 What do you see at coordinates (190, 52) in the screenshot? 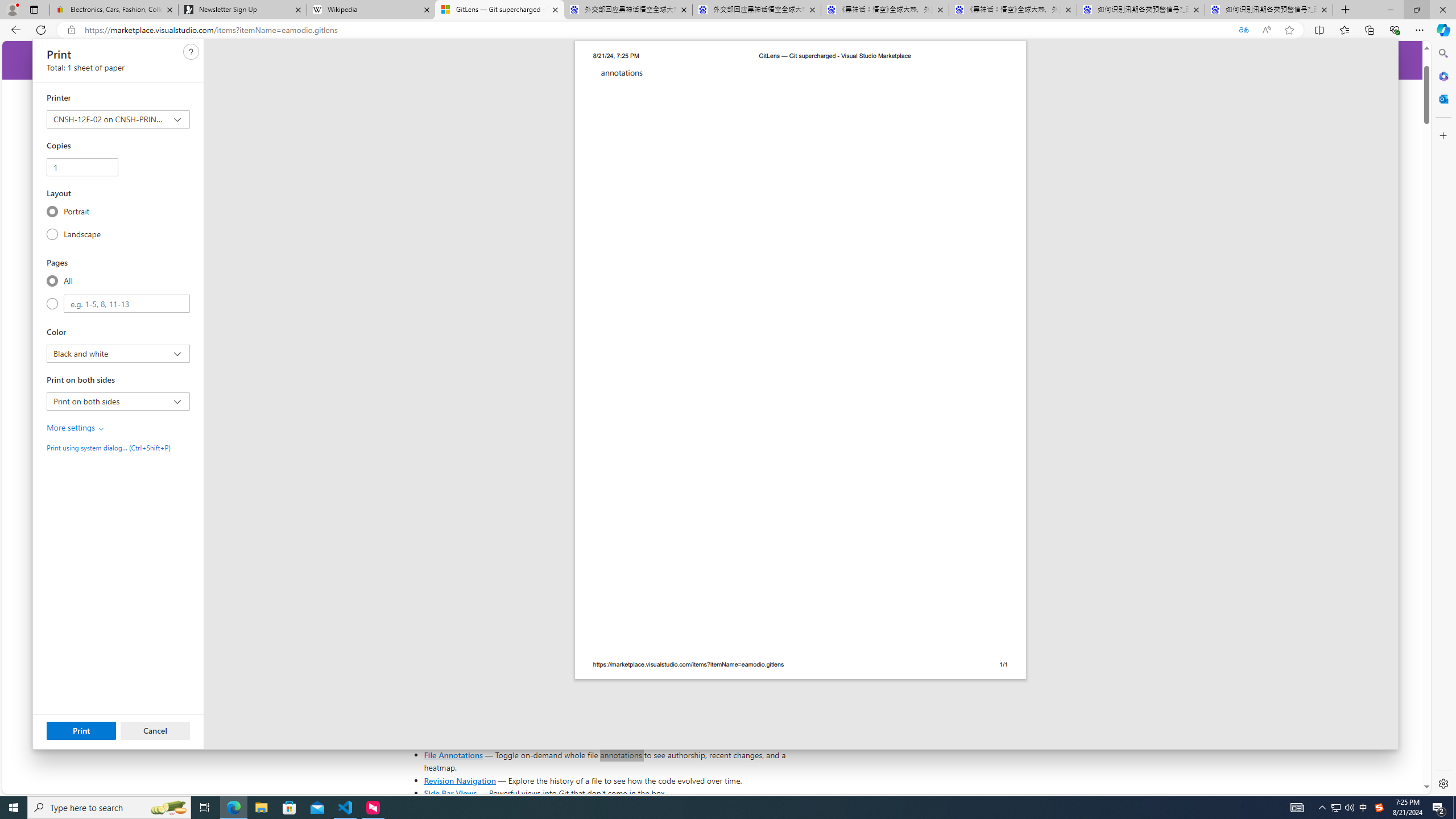
I see `'Class: c0129'` at bounding box center [190, 52].